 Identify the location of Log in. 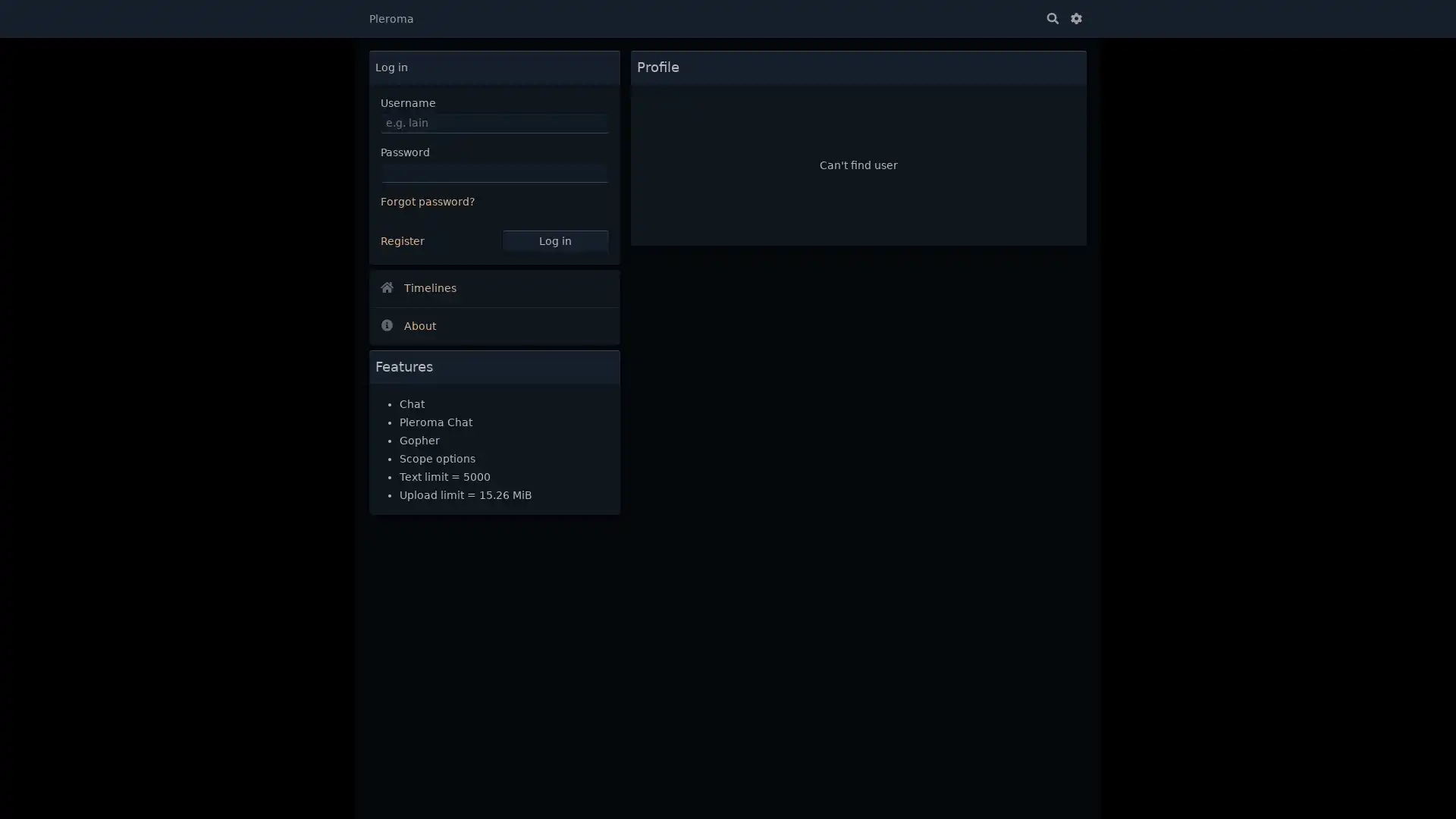
(554, 240).